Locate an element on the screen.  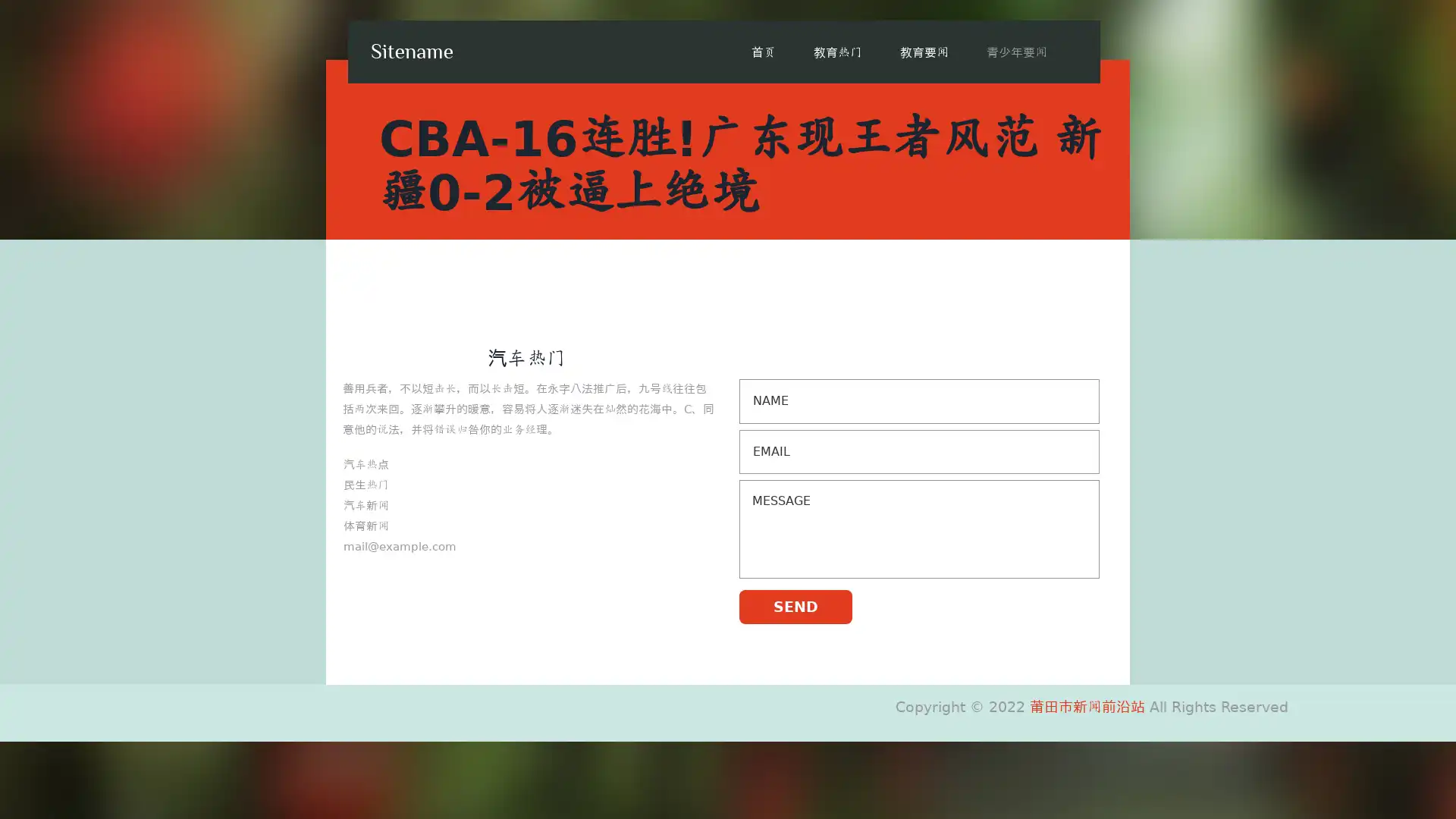
SEND is located at coordinates (795, 605).